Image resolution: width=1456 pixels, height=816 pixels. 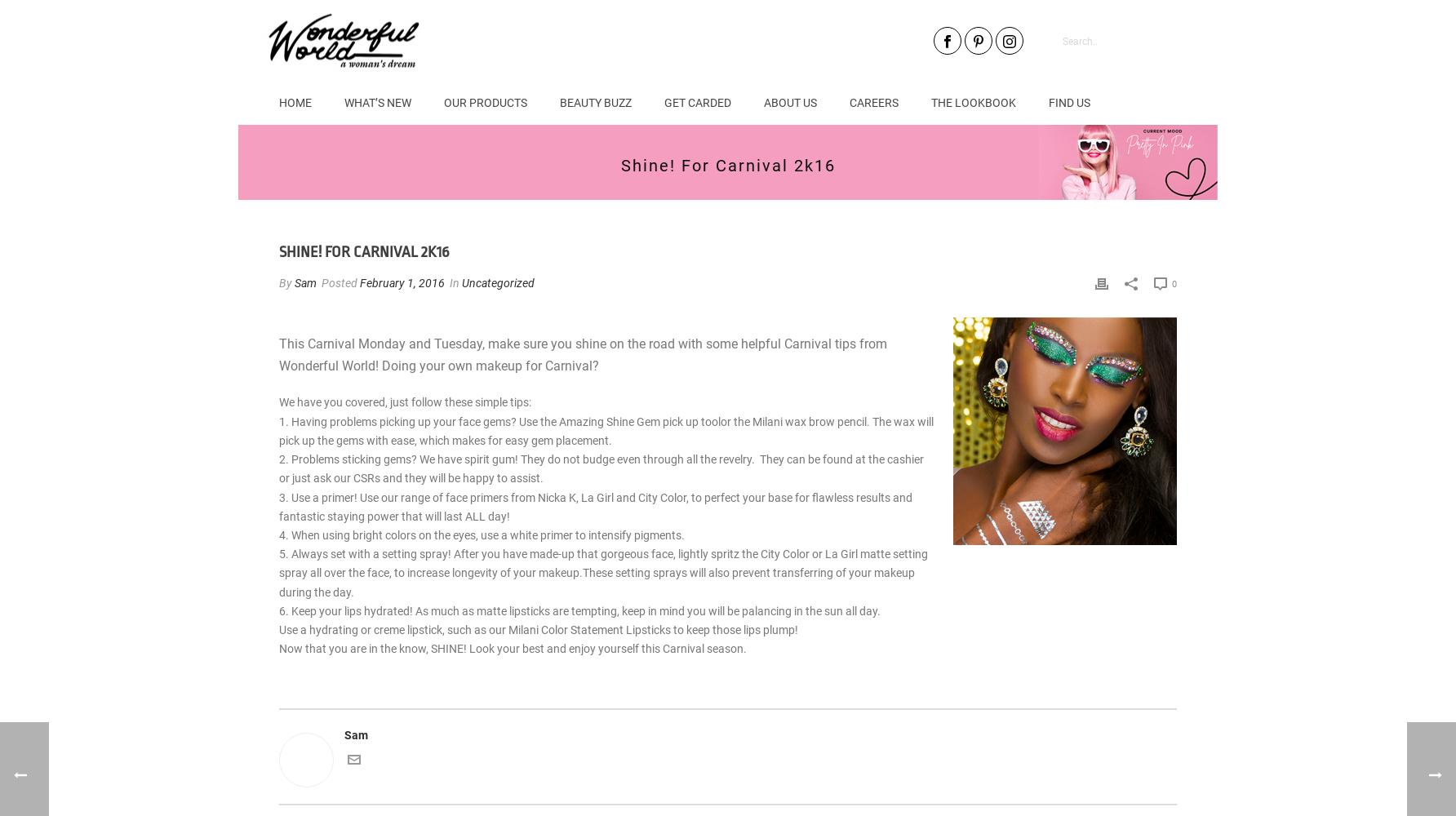 I want to click on '3. Use a primer! Use our range of face primers from Nicka K, La Girl and City Color, to perfect your base for flawless results and fantastic staying power that will last ALL day!', so click(x=596, y=505).